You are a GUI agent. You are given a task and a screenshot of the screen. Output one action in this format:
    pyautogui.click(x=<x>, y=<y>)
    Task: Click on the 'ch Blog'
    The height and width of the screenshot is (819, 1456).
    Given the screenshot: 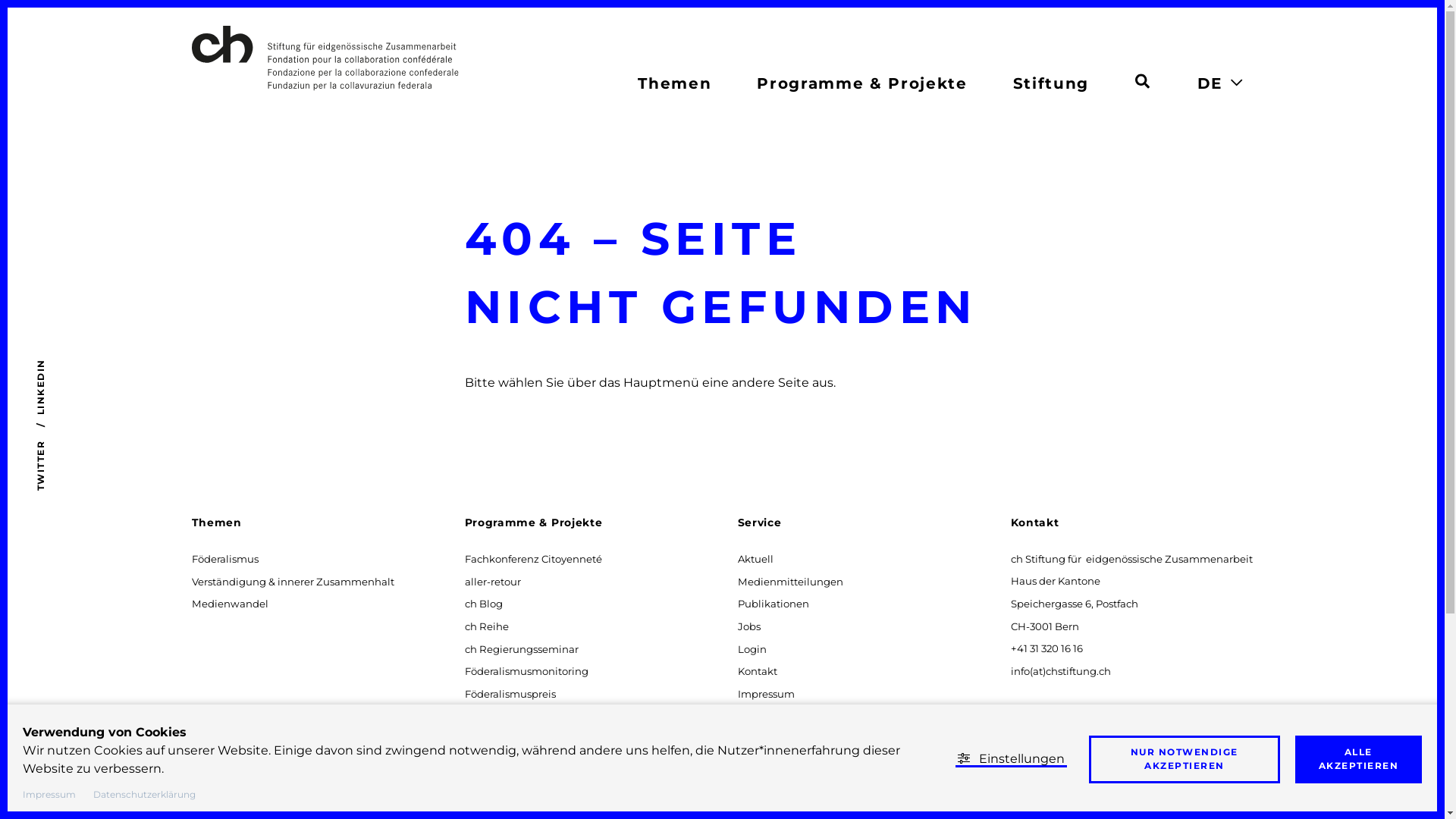 What is the action you would take?
    pyautogui.click(x=461, y=602)
    